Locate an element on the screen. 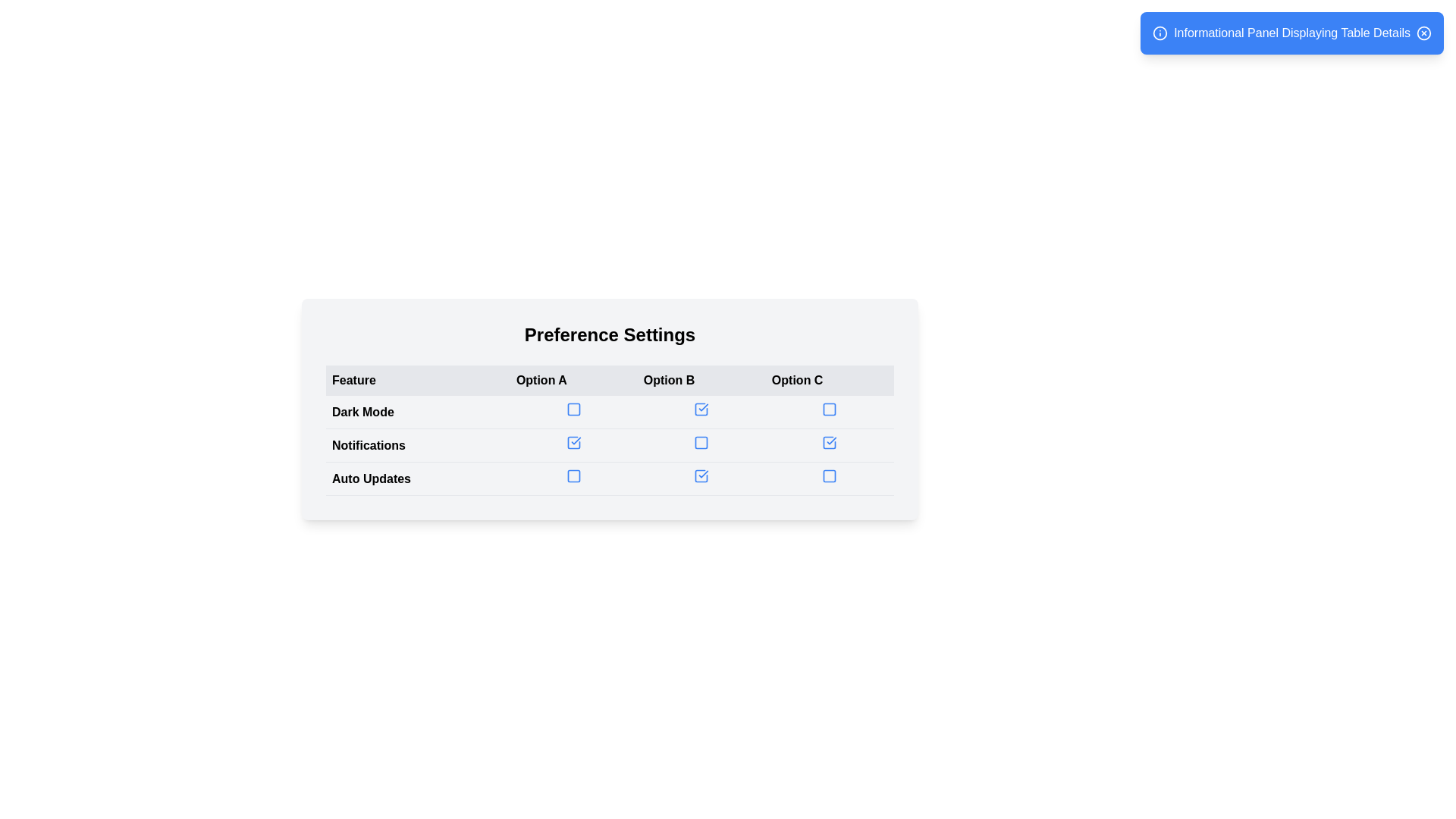 This screenshot has width=1456, height=819. the checkbox that controls the selection state for 'Option B' within the 'Dark Mode' settings is located at coordinates (701, 412).